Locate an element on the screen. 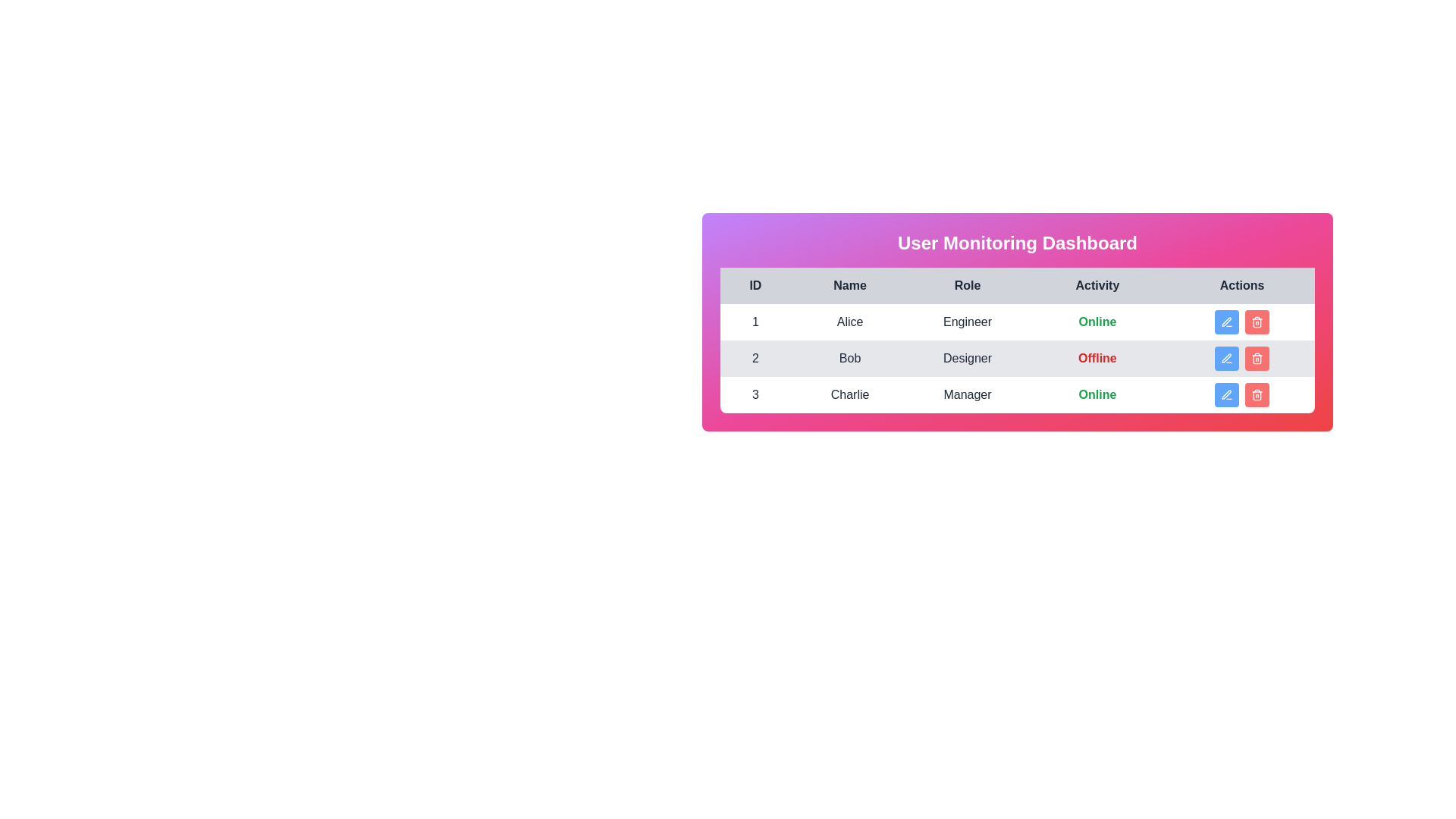 Image resolution: width=1456 pixels, height=819 pixels. the row corresponding to user 2 is located at coordinates (1018, 359).